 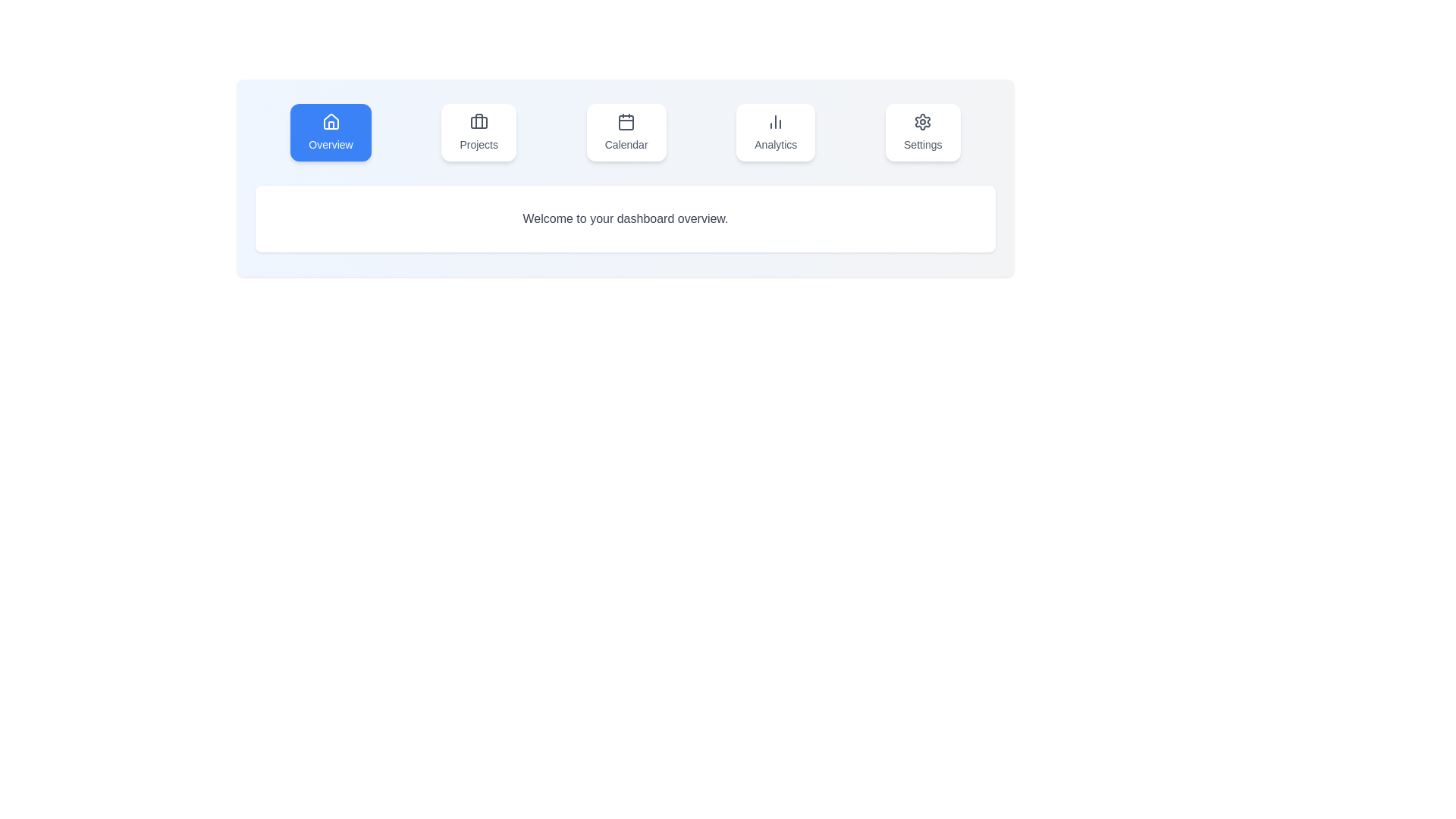 I want to click on the calendar icon component located as the third item in the header's main navigation bar at the top center of the interface, so click(x=626, y=122).